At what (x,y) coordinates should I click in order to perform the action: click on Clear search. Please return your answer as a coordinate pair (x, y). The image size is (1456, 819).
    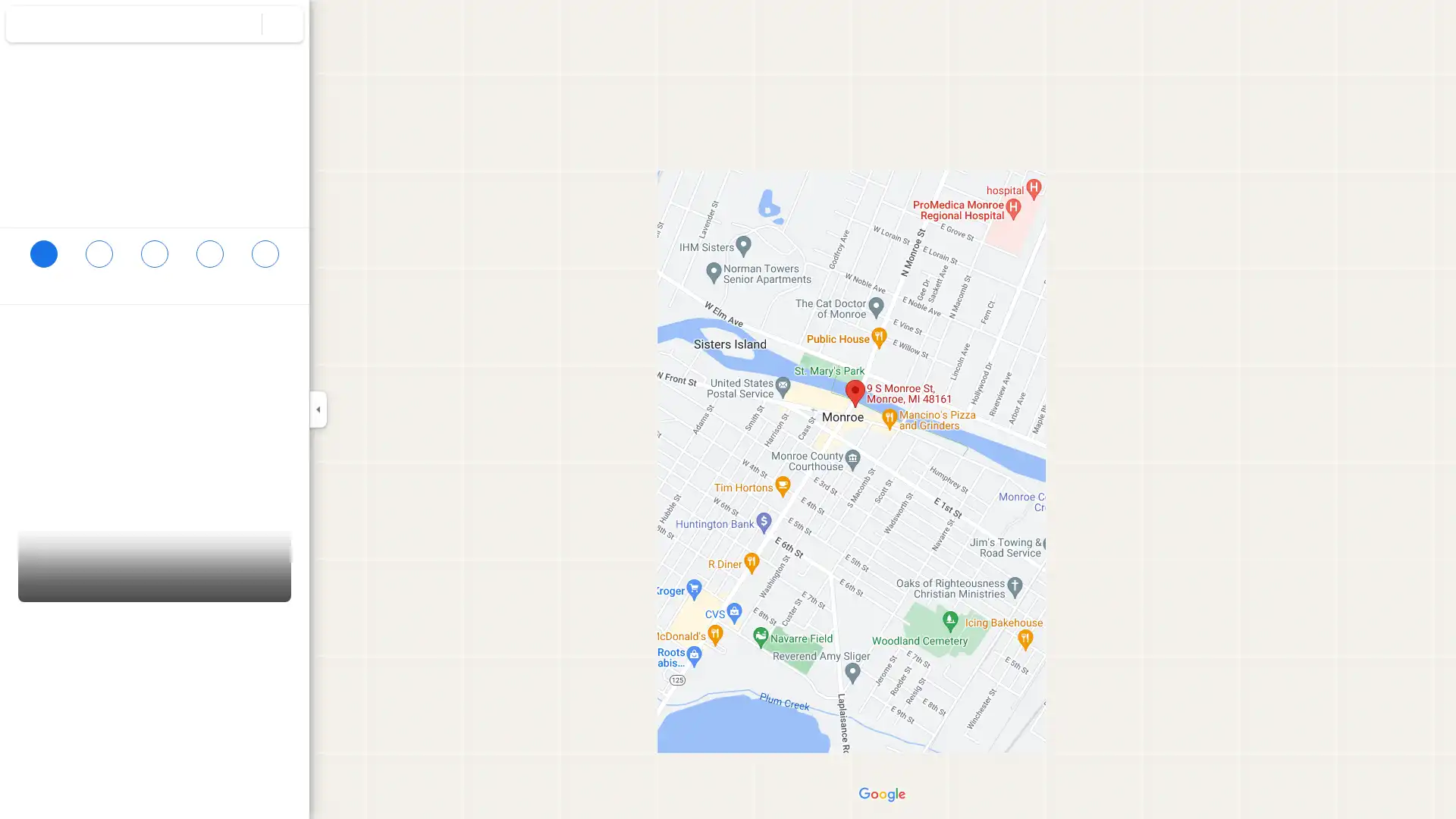
    Looking at the image, I should click on (283, 24).